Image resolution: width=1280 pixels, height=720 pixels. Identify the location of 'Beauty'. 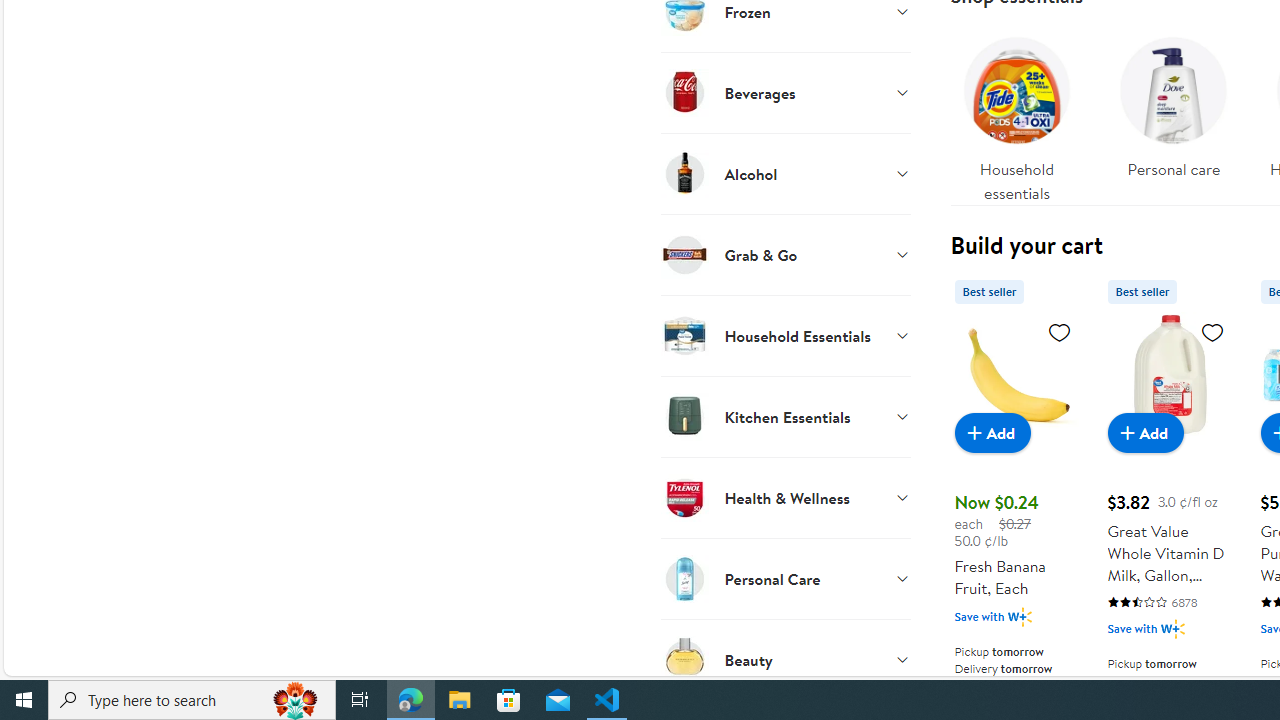
(784, 659).